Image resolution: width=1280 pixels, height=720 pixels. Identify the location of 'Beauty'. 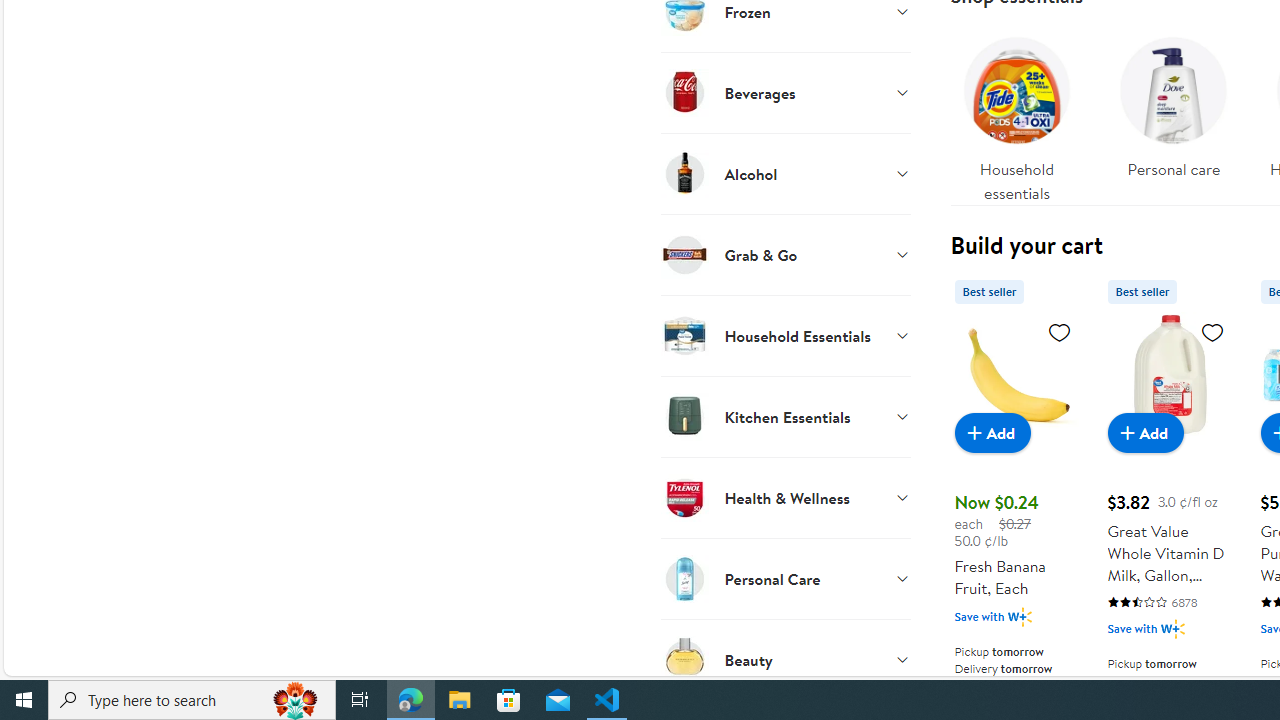
(784, 659).